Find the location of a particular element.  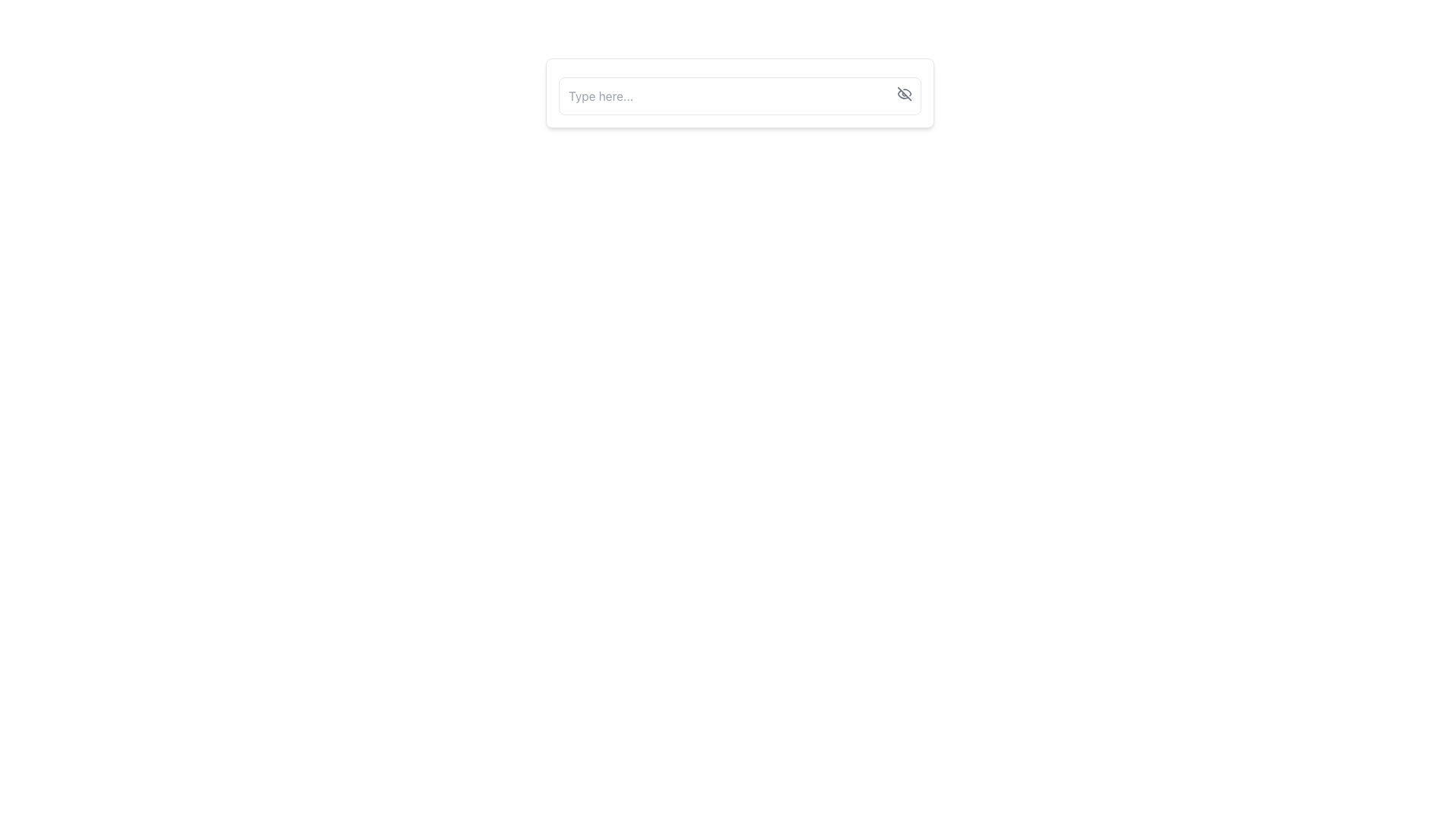

the button located at the top-right corner of the text input field is located at coordinates (905, 93).